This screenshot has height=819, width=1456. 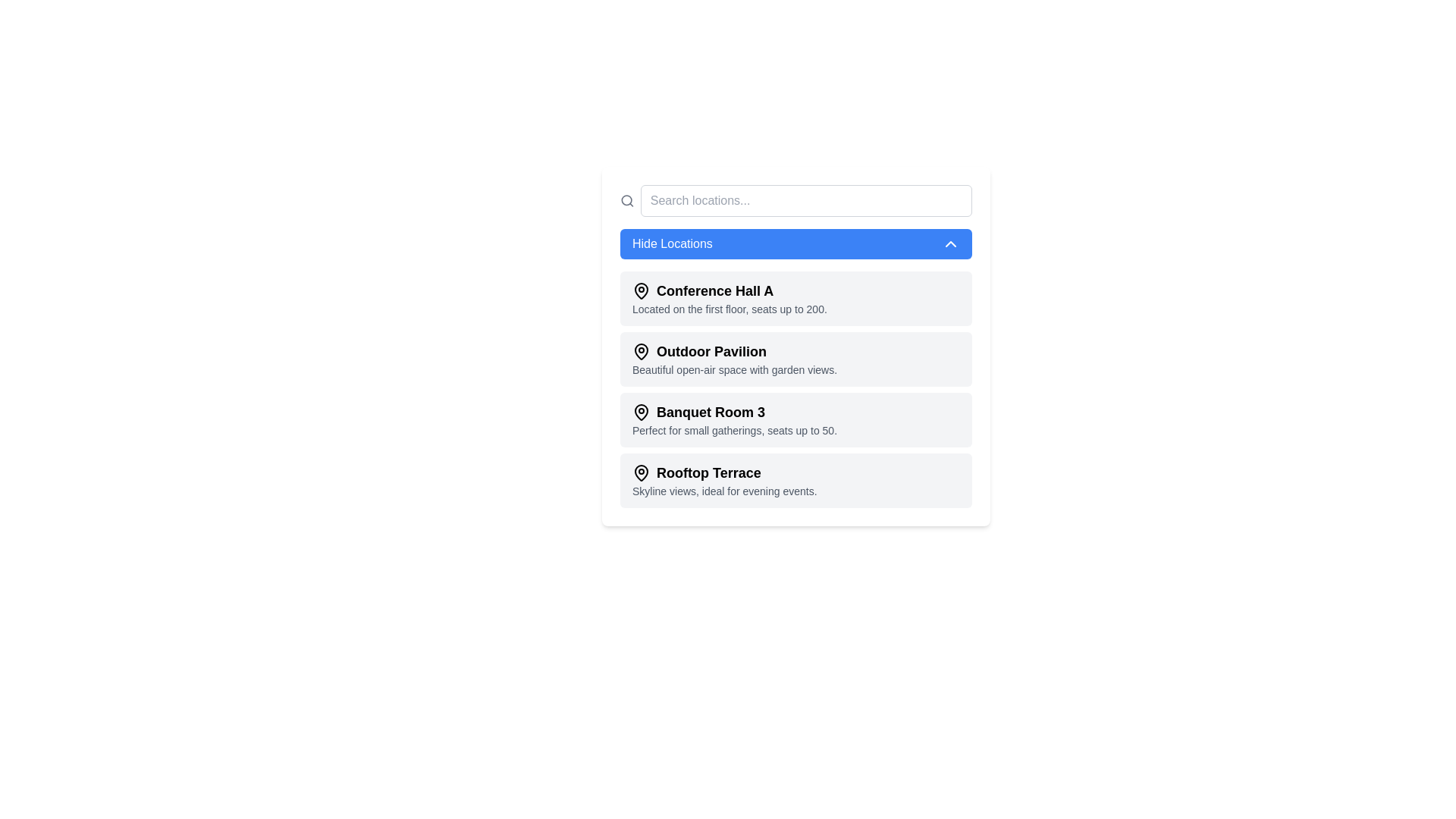 I want to click on the text label that serves as a heading for the second item in the vertically stacked list of locations, so click(x=735, y=351).